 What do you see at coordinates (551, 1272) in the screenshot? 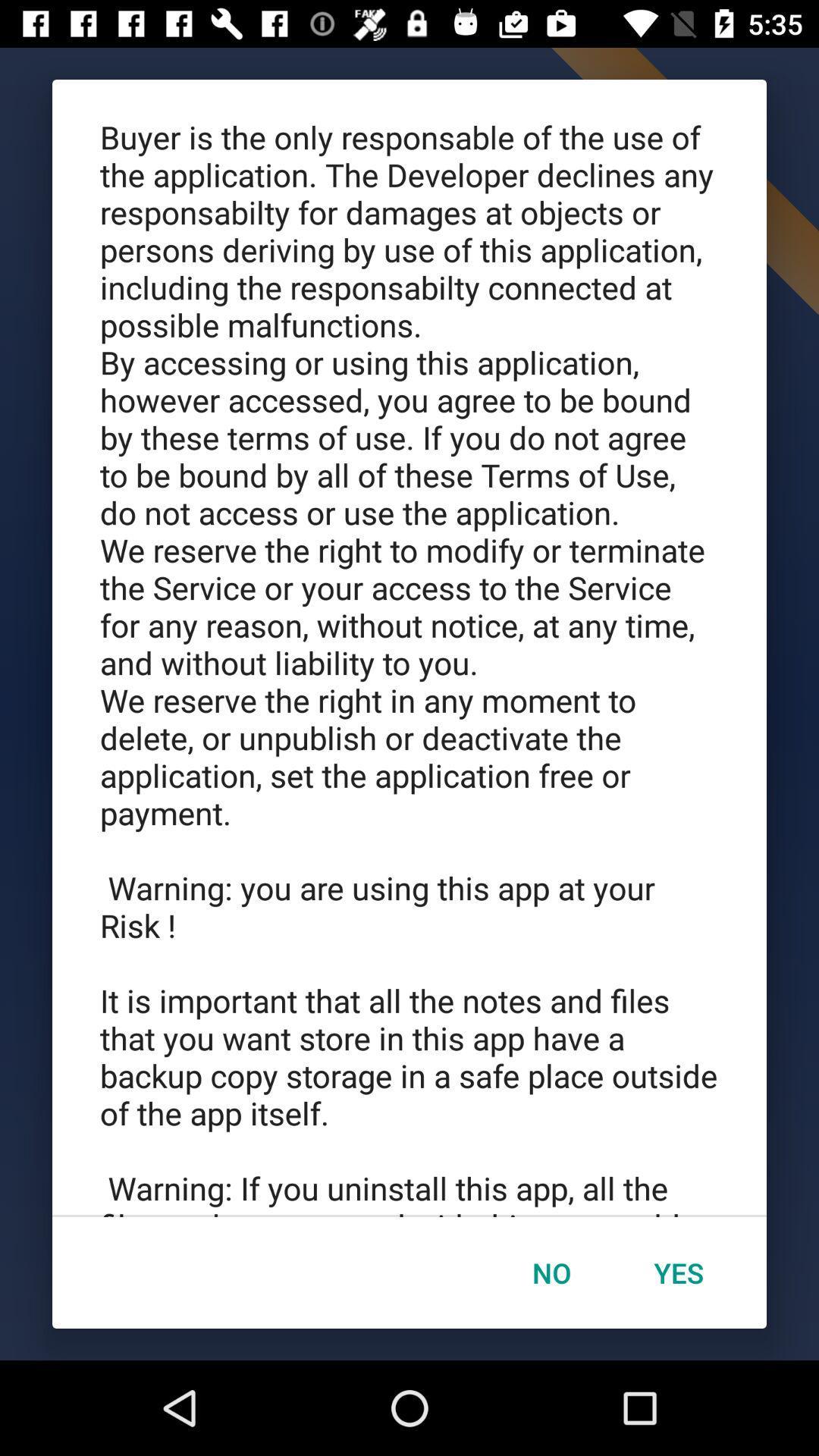
I see `item to the left of the yes` at bounding box center [551, 1272].